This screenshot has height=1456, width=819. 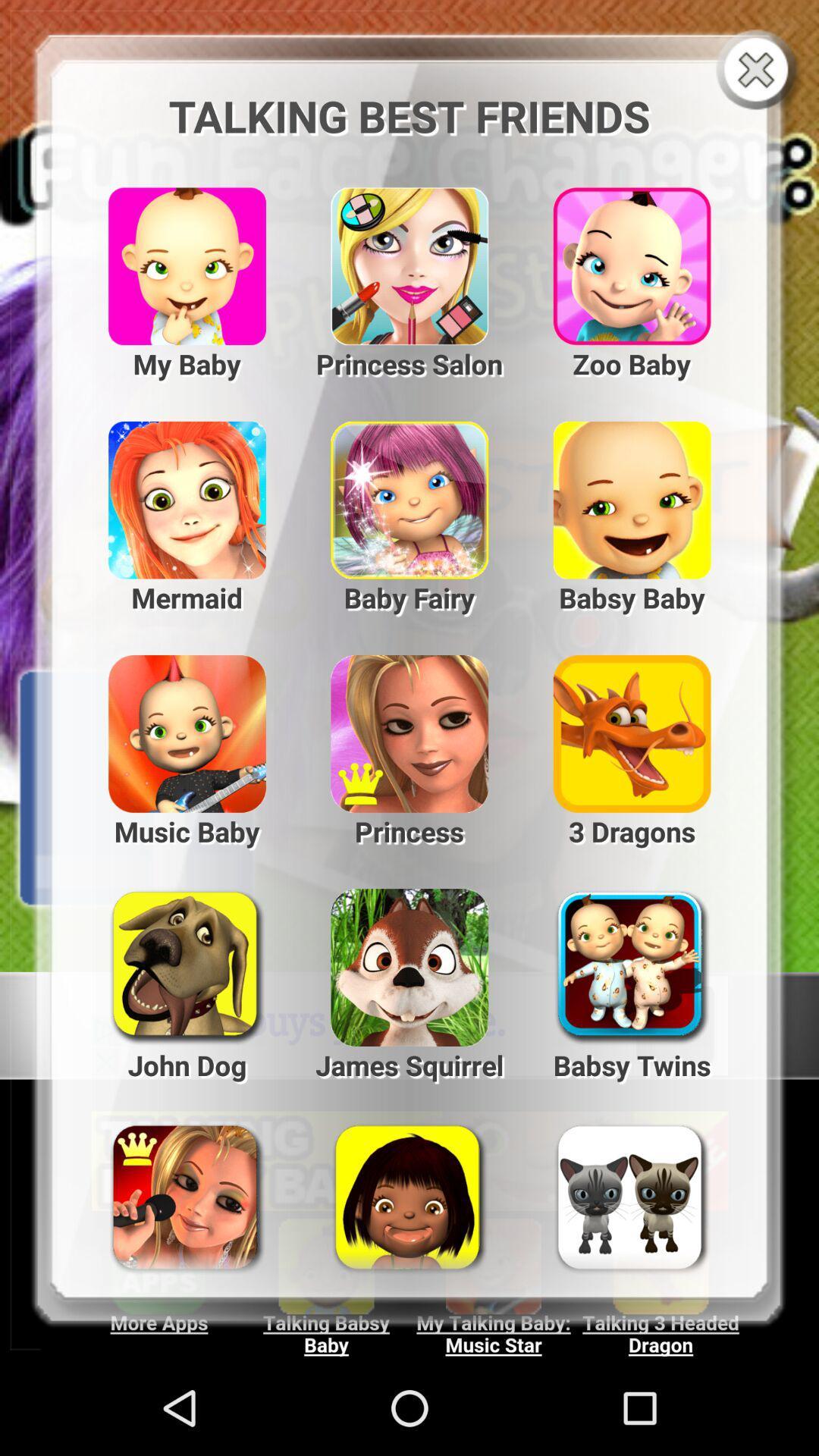 I want to click on app, so click(x=759, y=71).